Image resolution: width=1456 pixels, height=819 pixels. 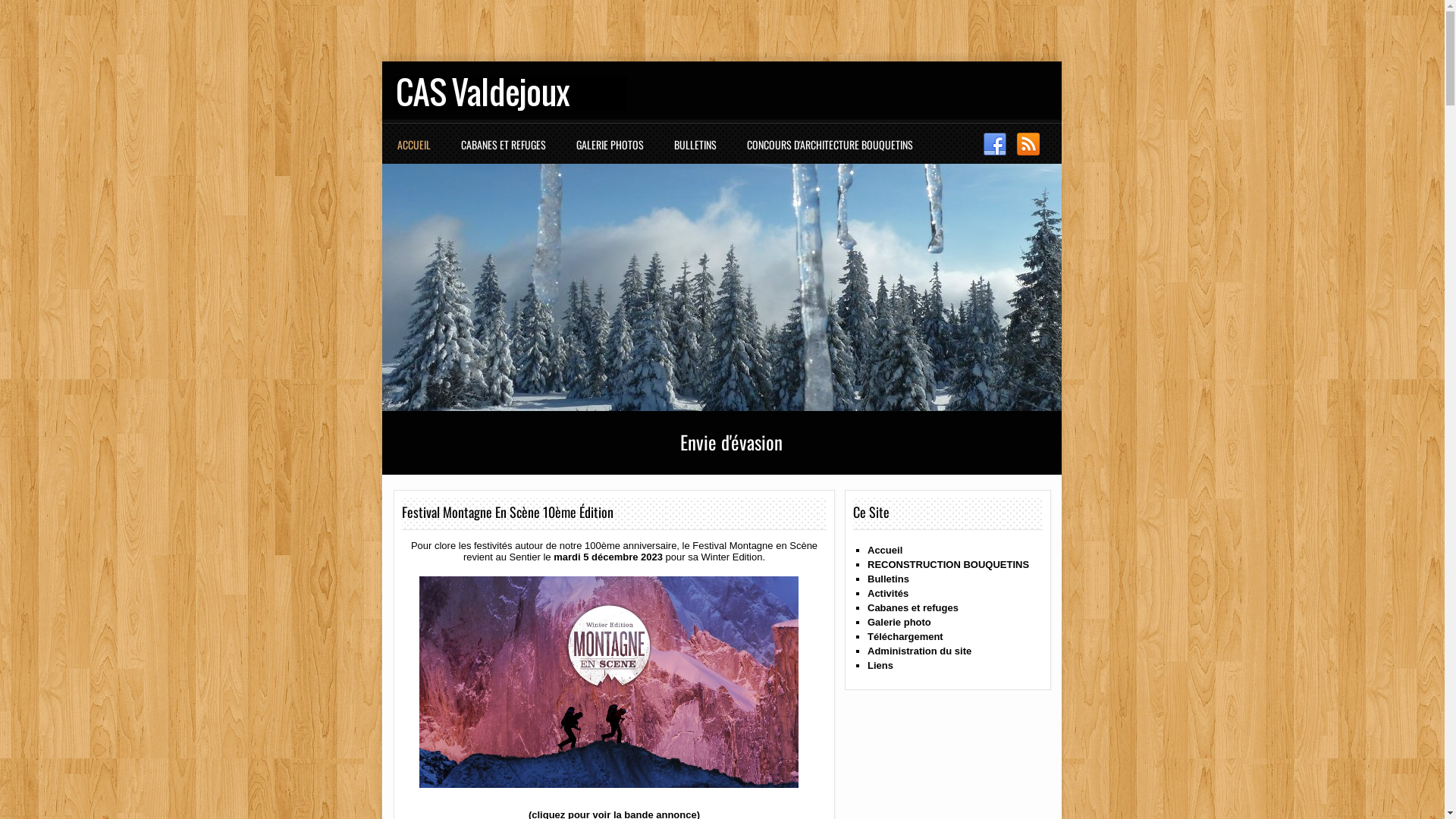 What do you see at coordinates (884, 550) in the screenshot?
I see `'Accueil'` at bounding box center [884, 550].